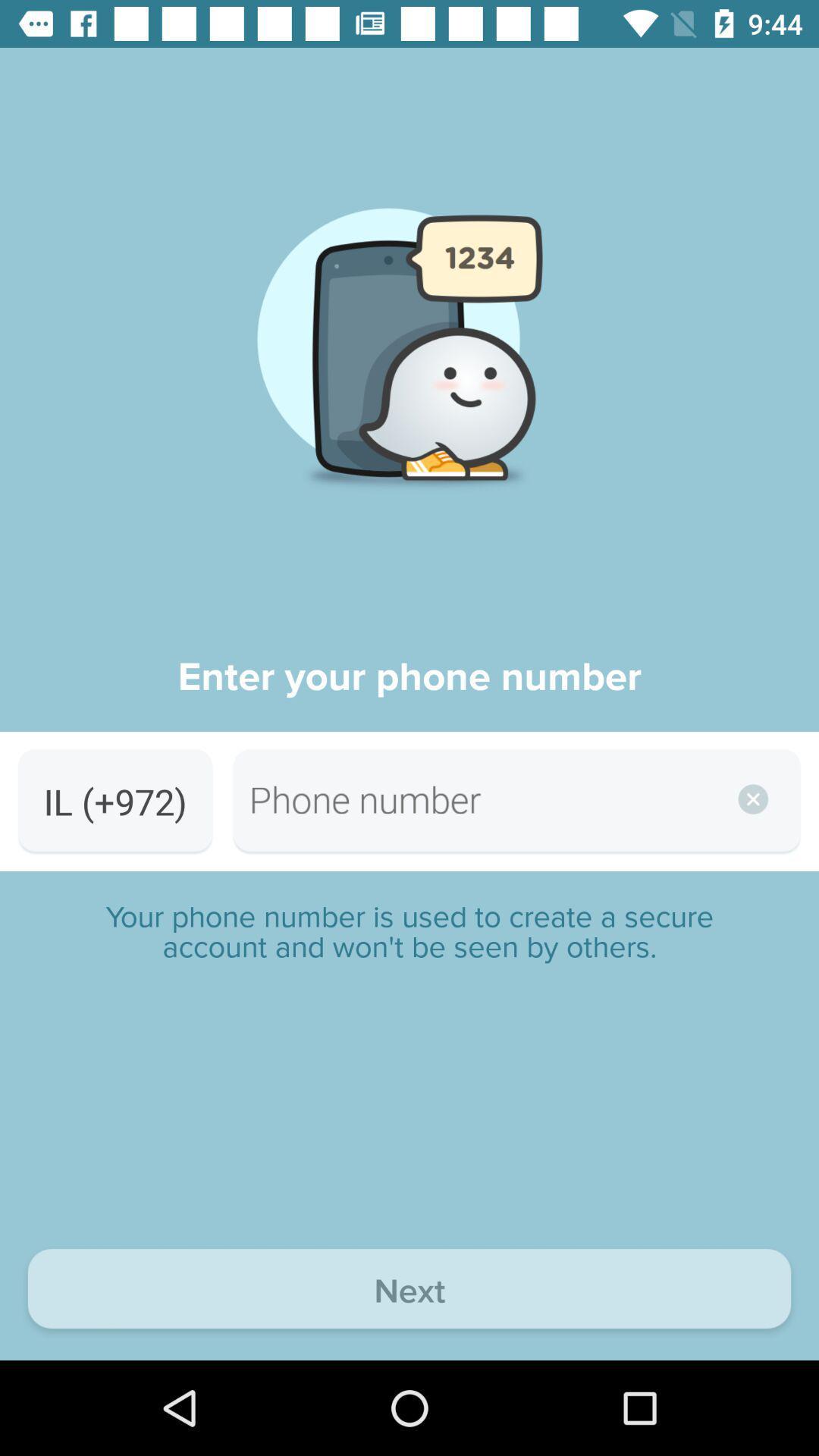 The width and height of the screenshot is (819, 1456). Describe the element at coordinates (115, 801) in the screenshot. I see `il (+972) icon` at that location.